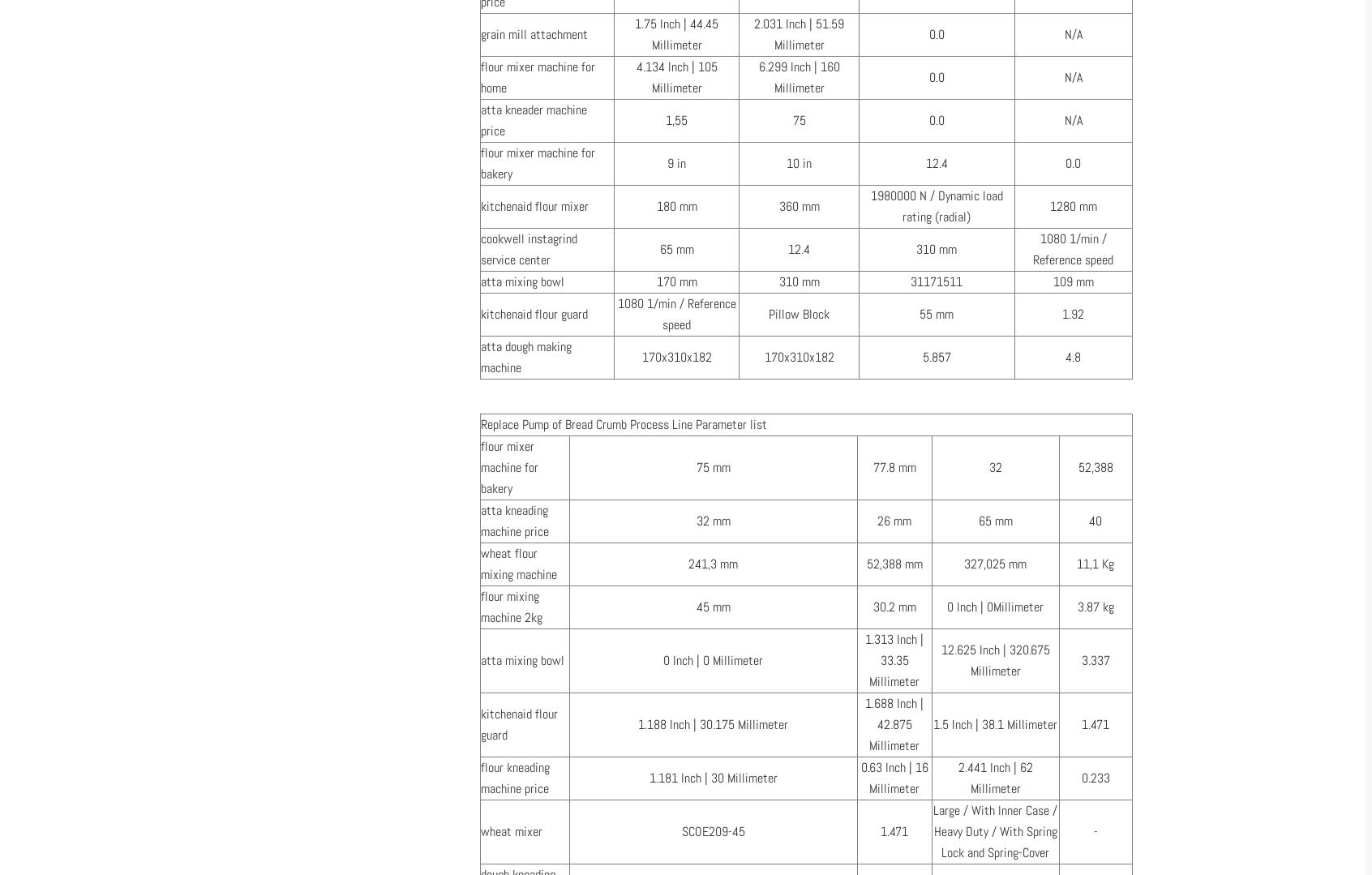 This screenshot has width=1372, height=875. Describe the element at coordinates (534, 206) in the screenshot. I see `'kitchenaid flour mixer'` at that location.